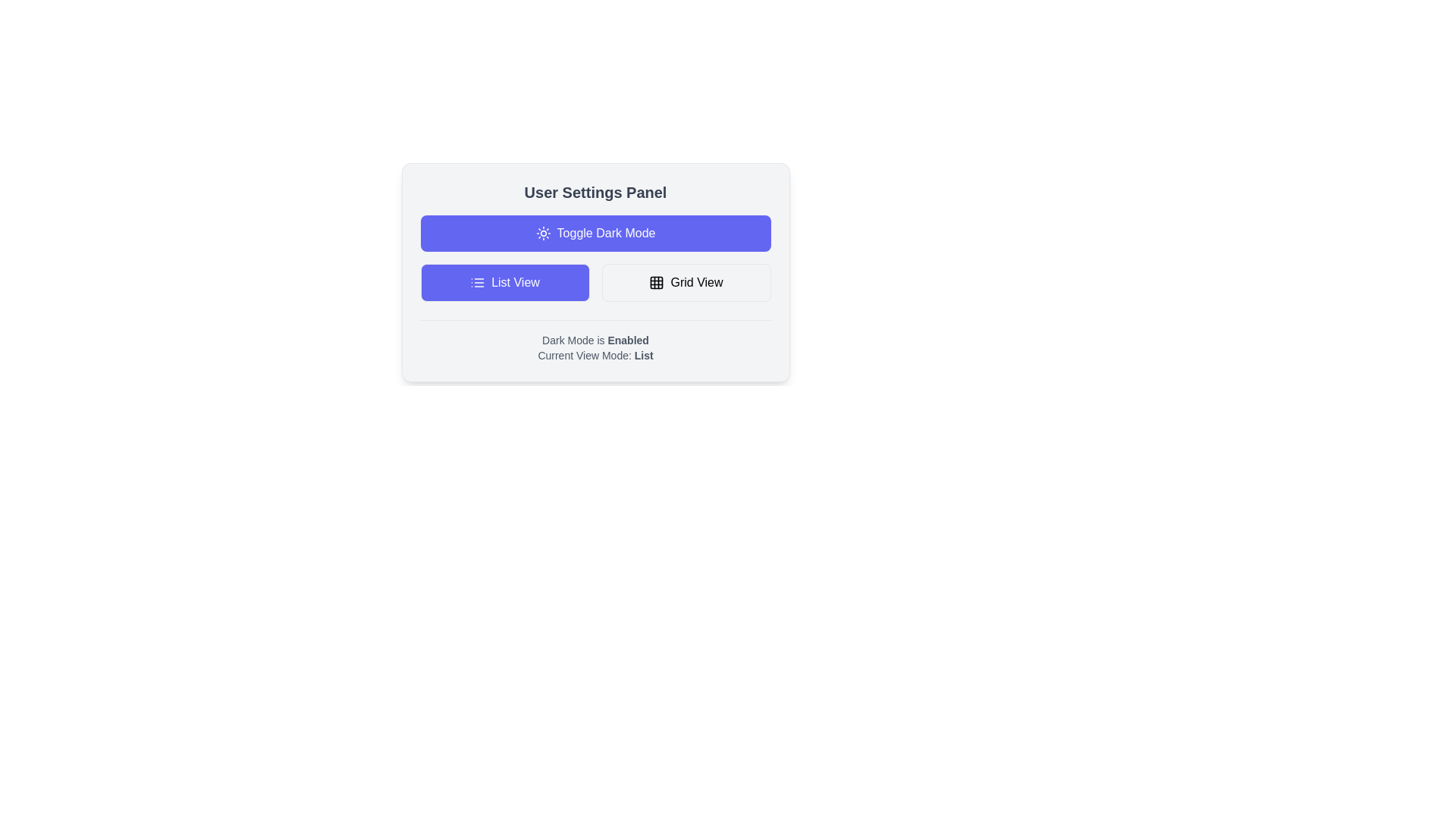  I want to click on the text label heading that serves as the title for the user settings panel, located at the top of the layout above the 'Toggle Dark Mode' button, so click(595, 192).